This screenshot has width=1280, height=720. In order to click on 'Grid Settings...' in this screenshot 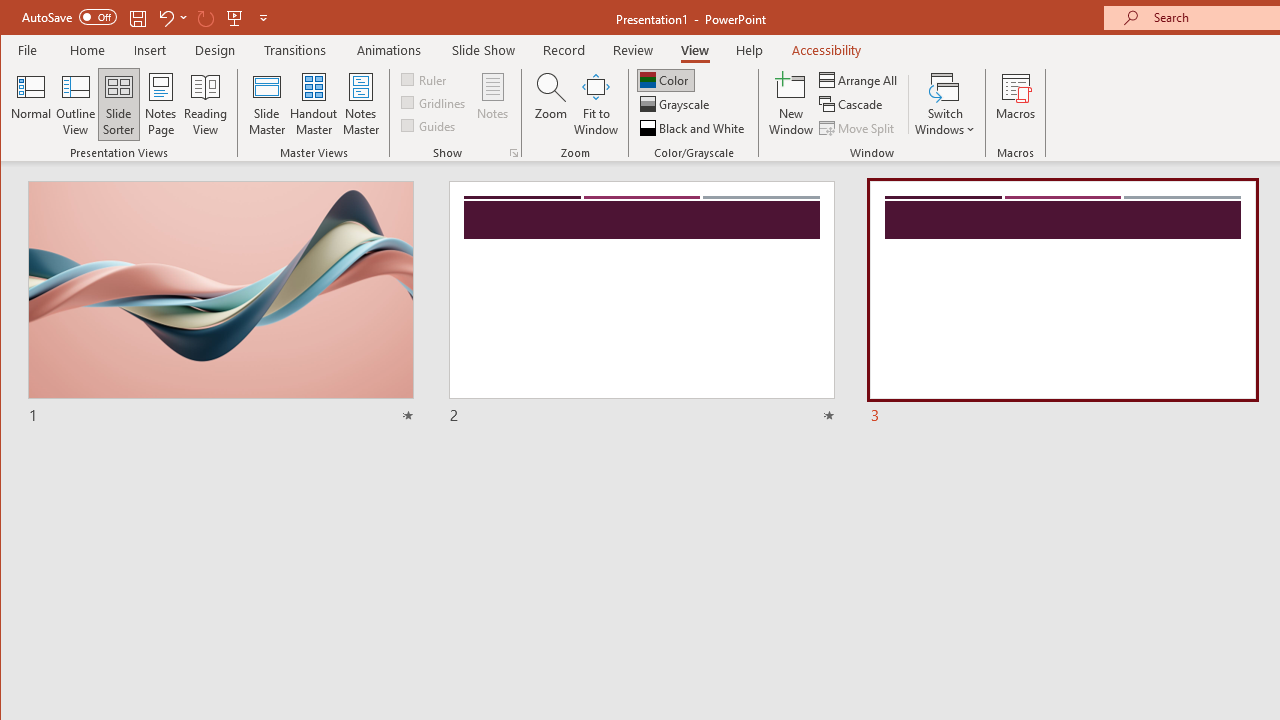, I will do `click(513, 152)`.